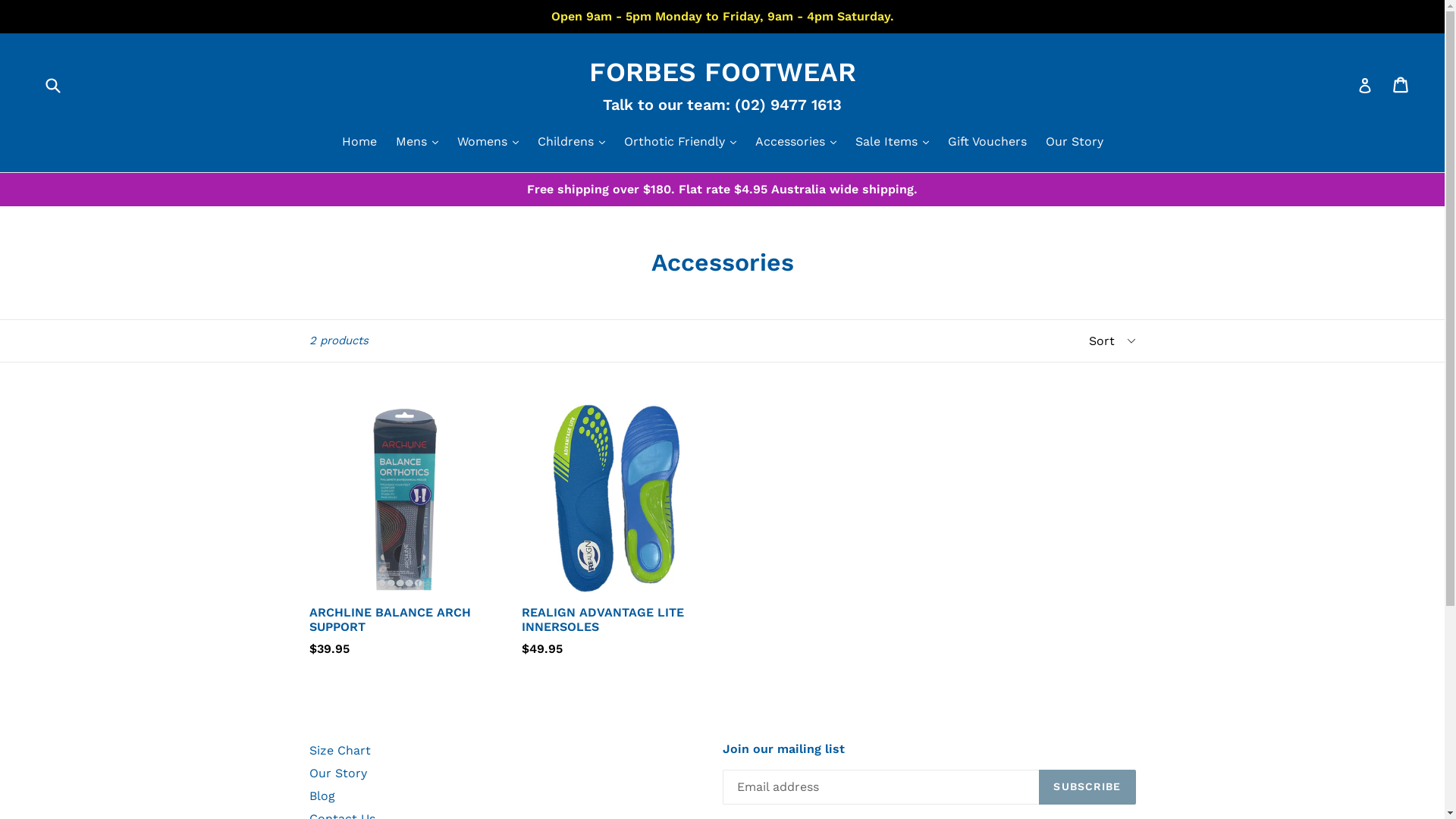 The width and height of the screenshot is (1456, 819). What do you see at coordinates (616, 530) in the screenshot?
I see `'REALIGN ADVANTAGE LITE INNERSOLES` at bounding box center [616, 530].